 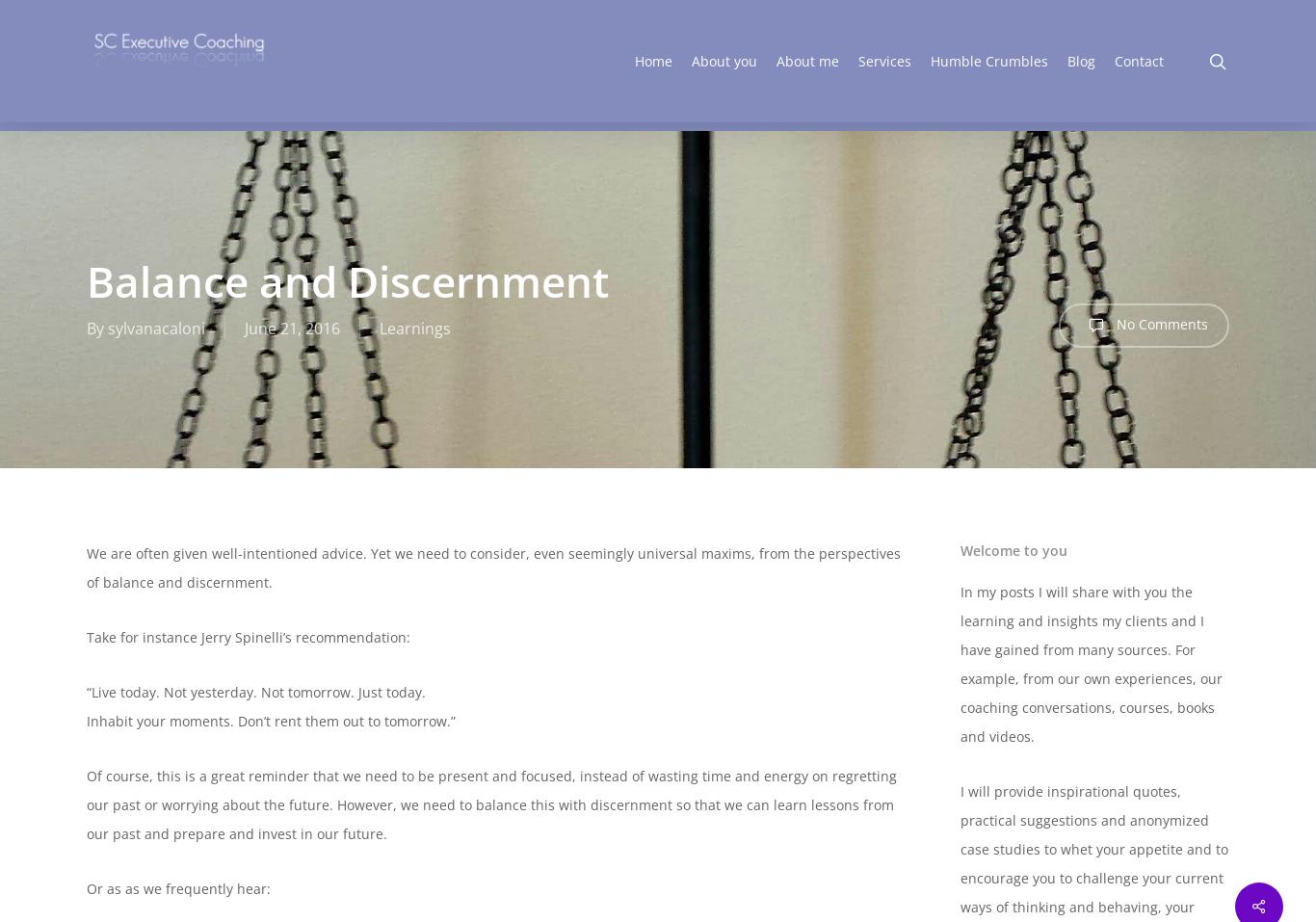 What do you see at coordinates (1013, 550) in the screenshot?
I see `'Welcome to you'` at bounding box center [1013, 550].